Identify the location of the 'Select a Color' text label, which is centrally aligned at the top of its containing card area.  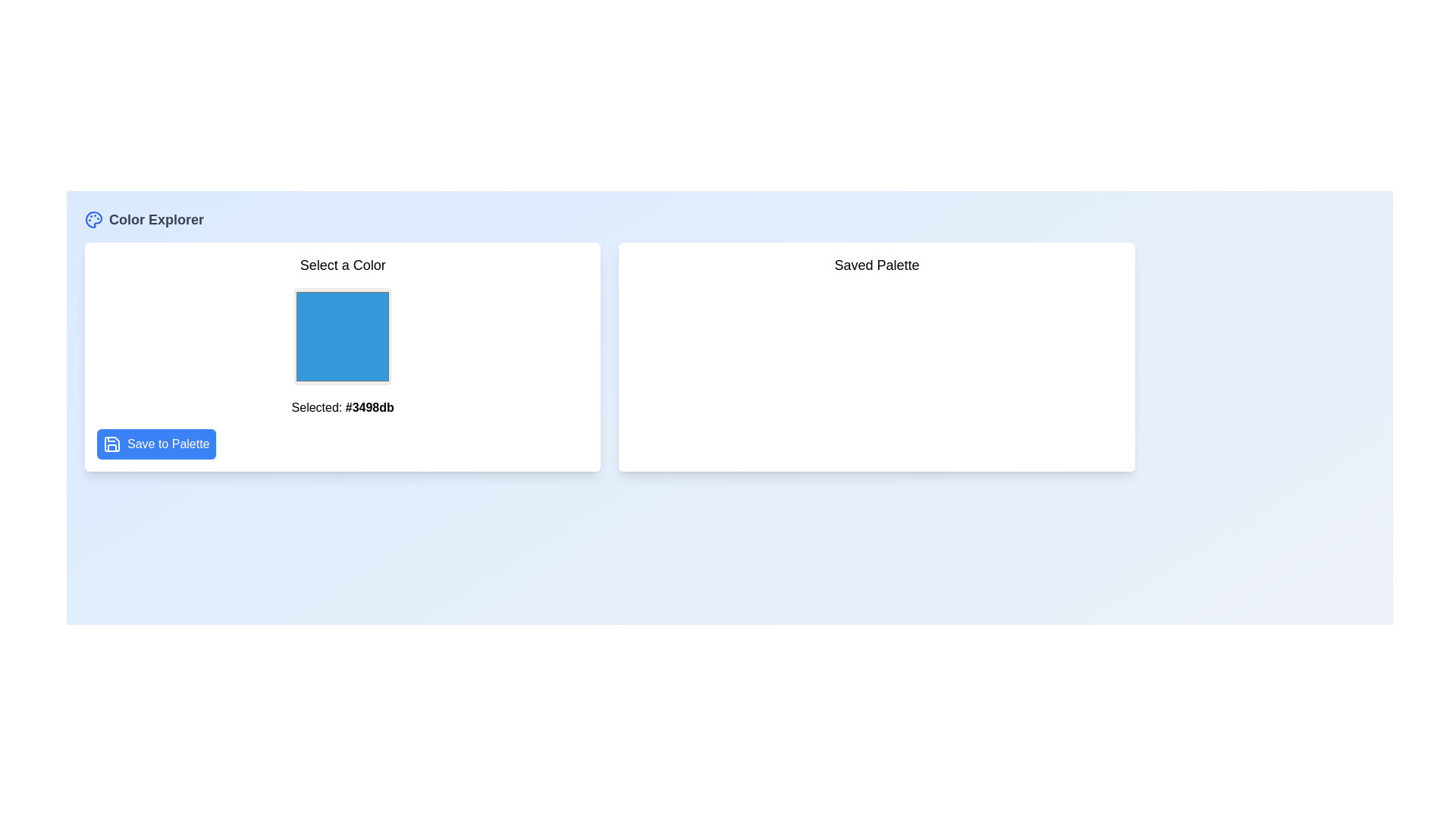
(342, 265).